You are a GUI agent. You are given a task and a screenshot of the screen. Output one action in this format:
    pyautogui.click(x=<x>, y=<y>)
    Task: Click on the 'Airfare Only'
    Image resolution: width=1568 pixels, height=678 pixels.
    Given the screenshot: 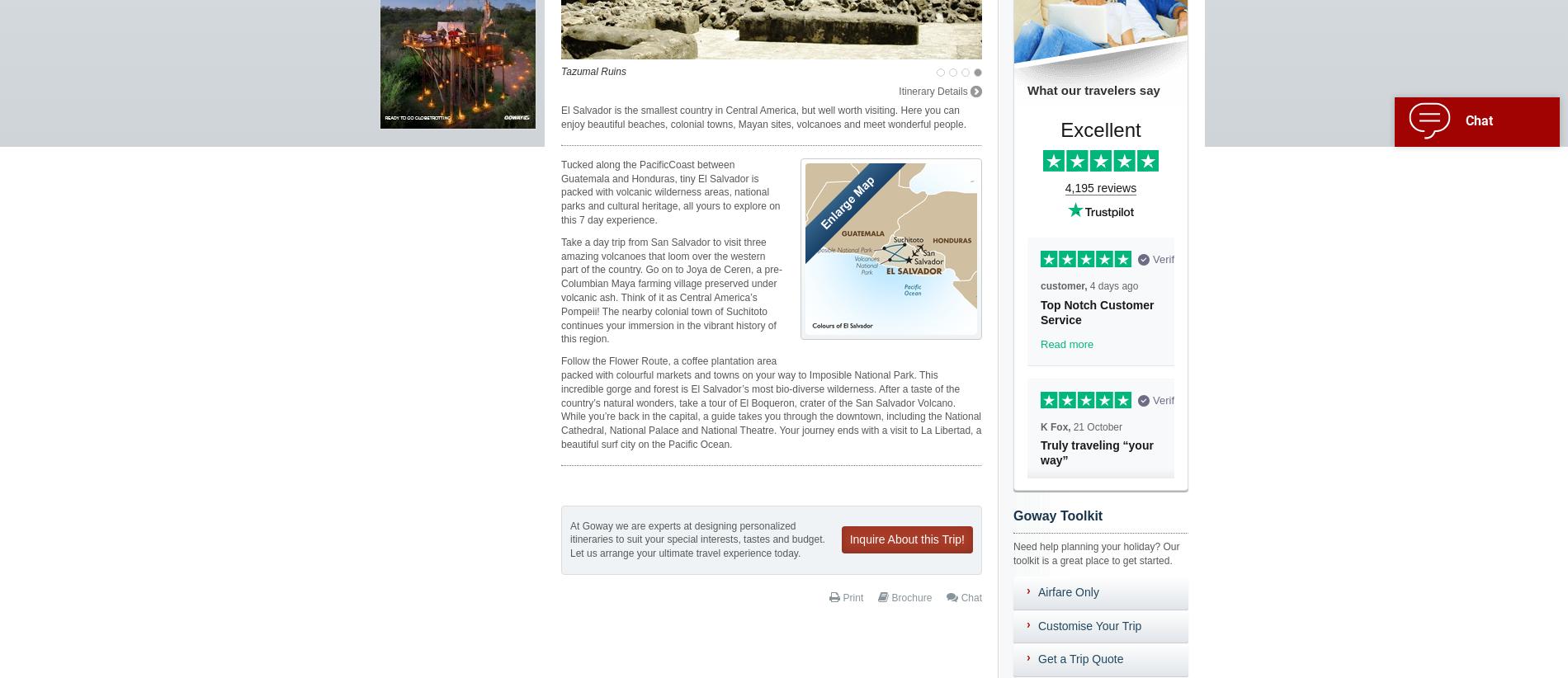 What is the action you would take?
    pyautogui.click(x=1067, y=591)
    